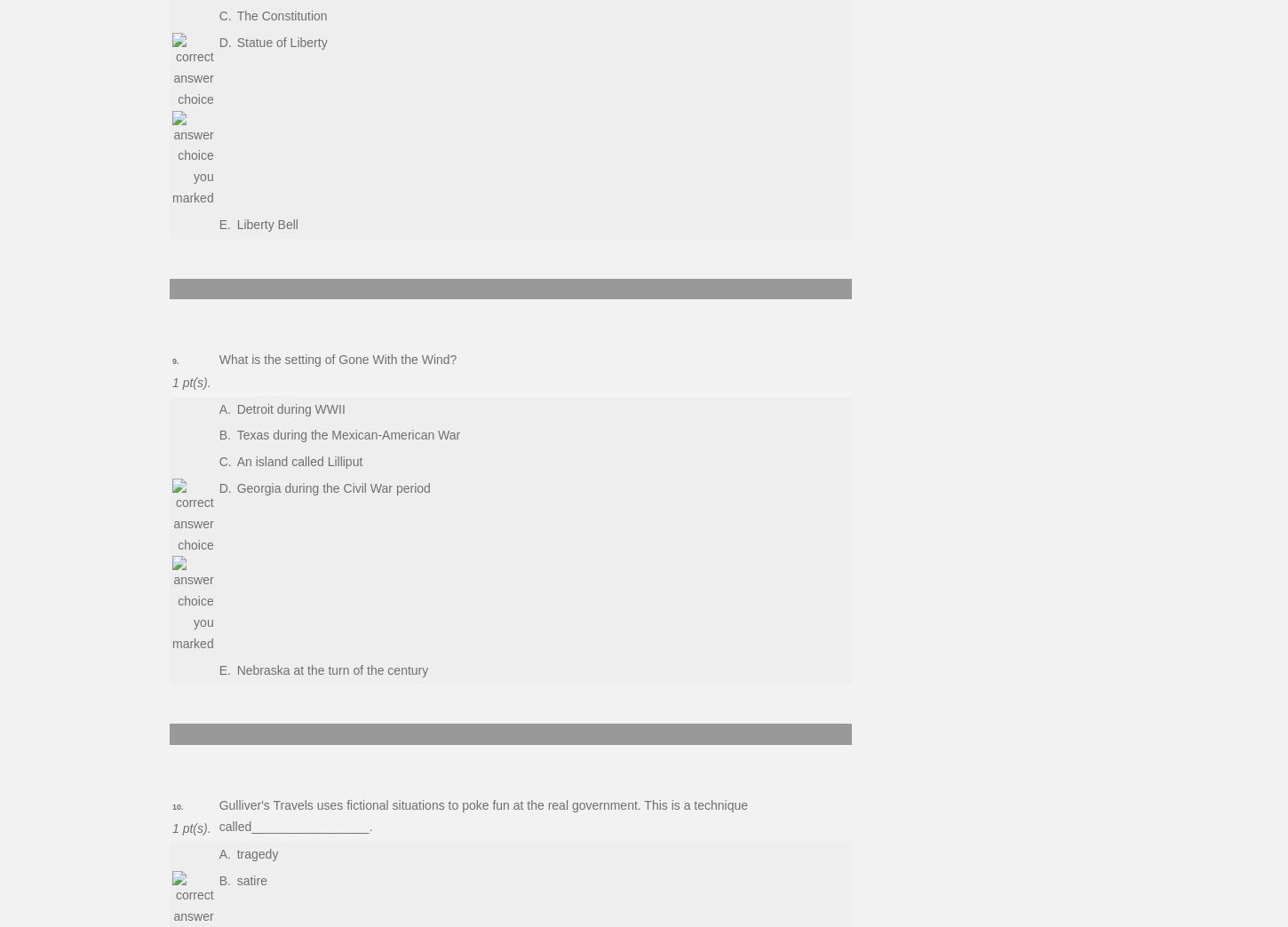  I want to click on 'An island called Lilliput', so click(235, 462).